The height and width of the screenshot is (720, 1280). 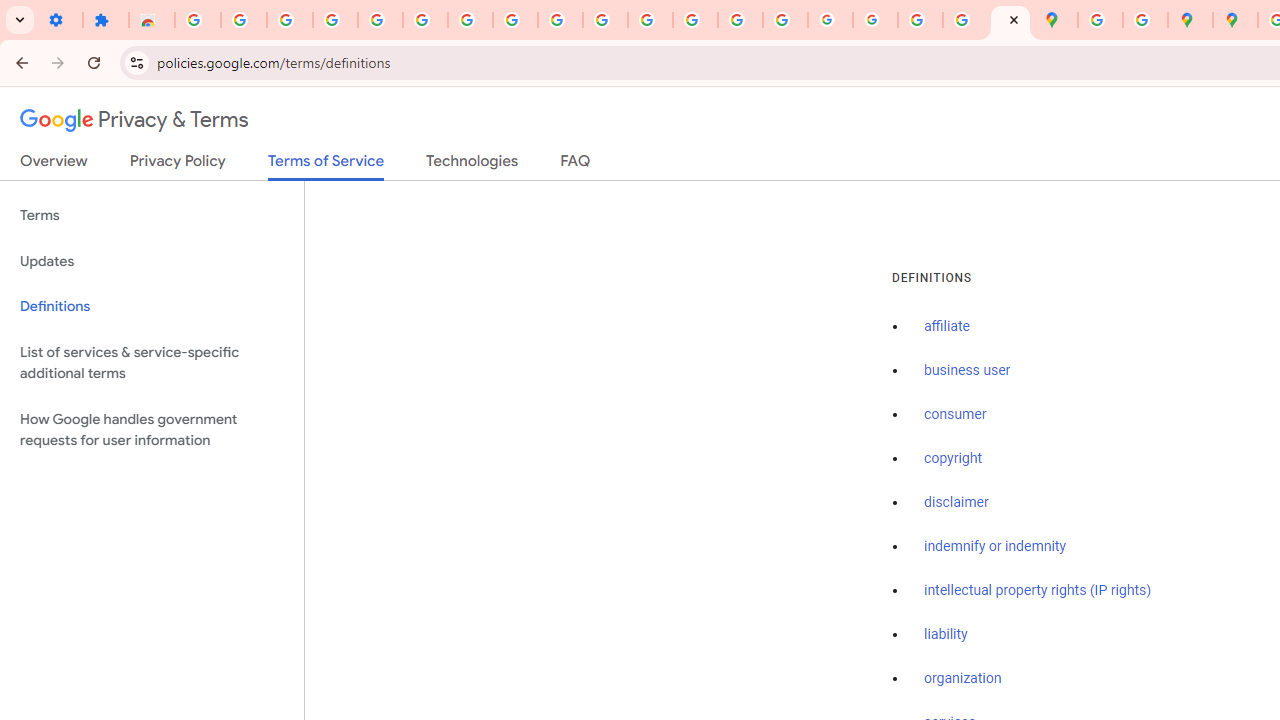 What do you see at coordinates (963, 678) in the screenshot?
I see `'organization'` at bounding box center [963, 678].